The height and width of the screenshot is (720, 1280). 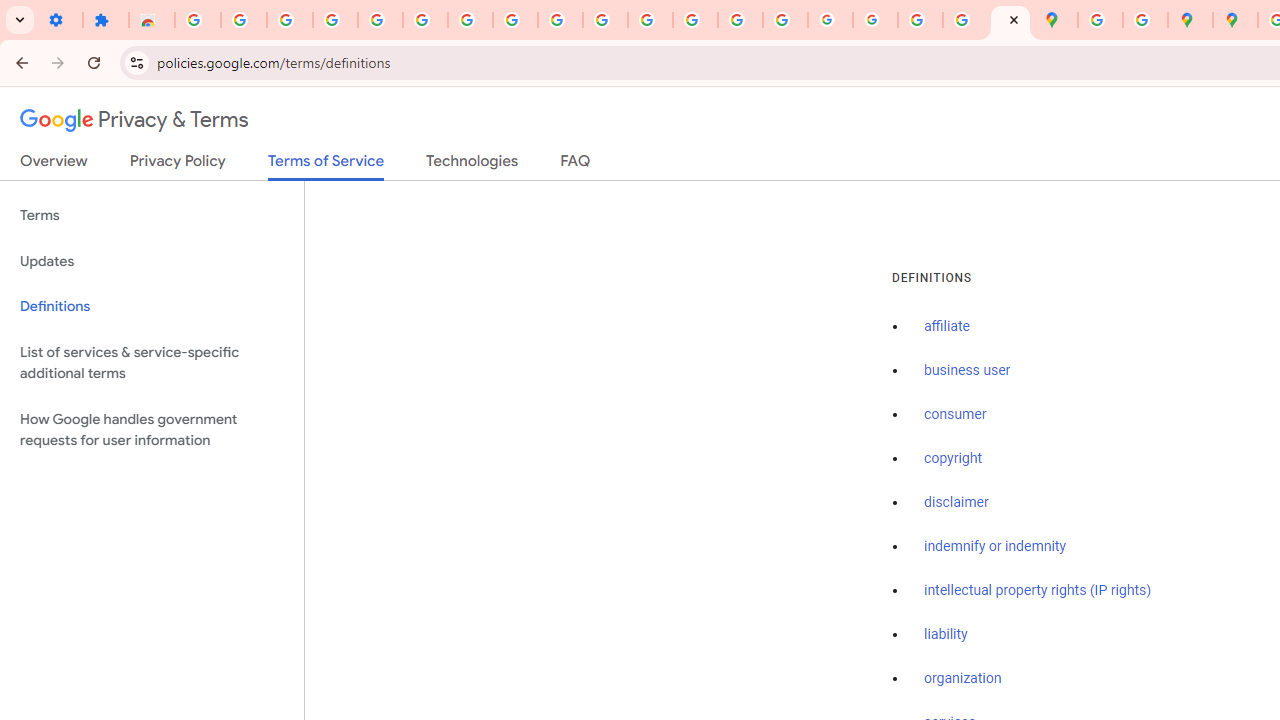 What do you see at coordinates (963, 678) in the screenshot?
I see `'organization'` at bounding box center [963, 678].